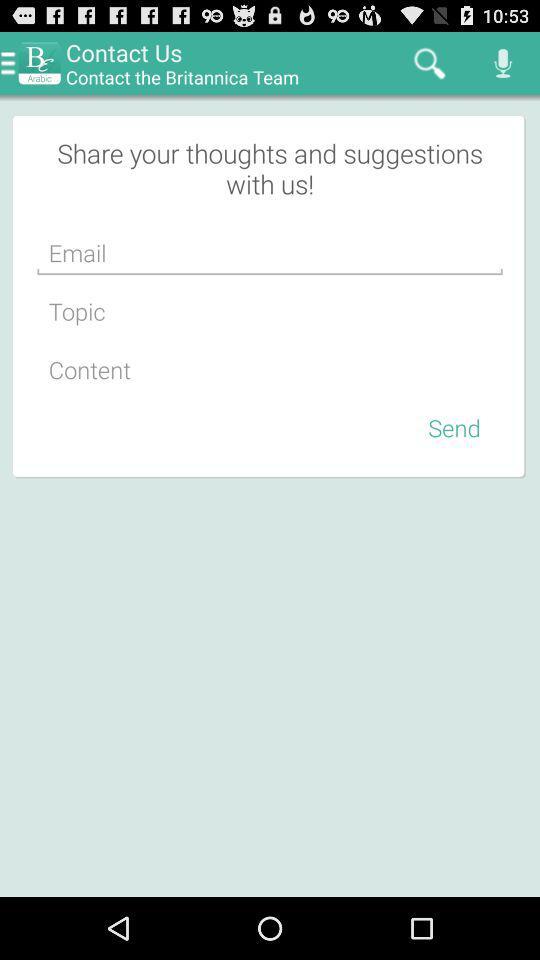 The image size is (540, 960). Describe the element at coordinates (270, 369) in the screenshot. I see `box for entering content` at that location.